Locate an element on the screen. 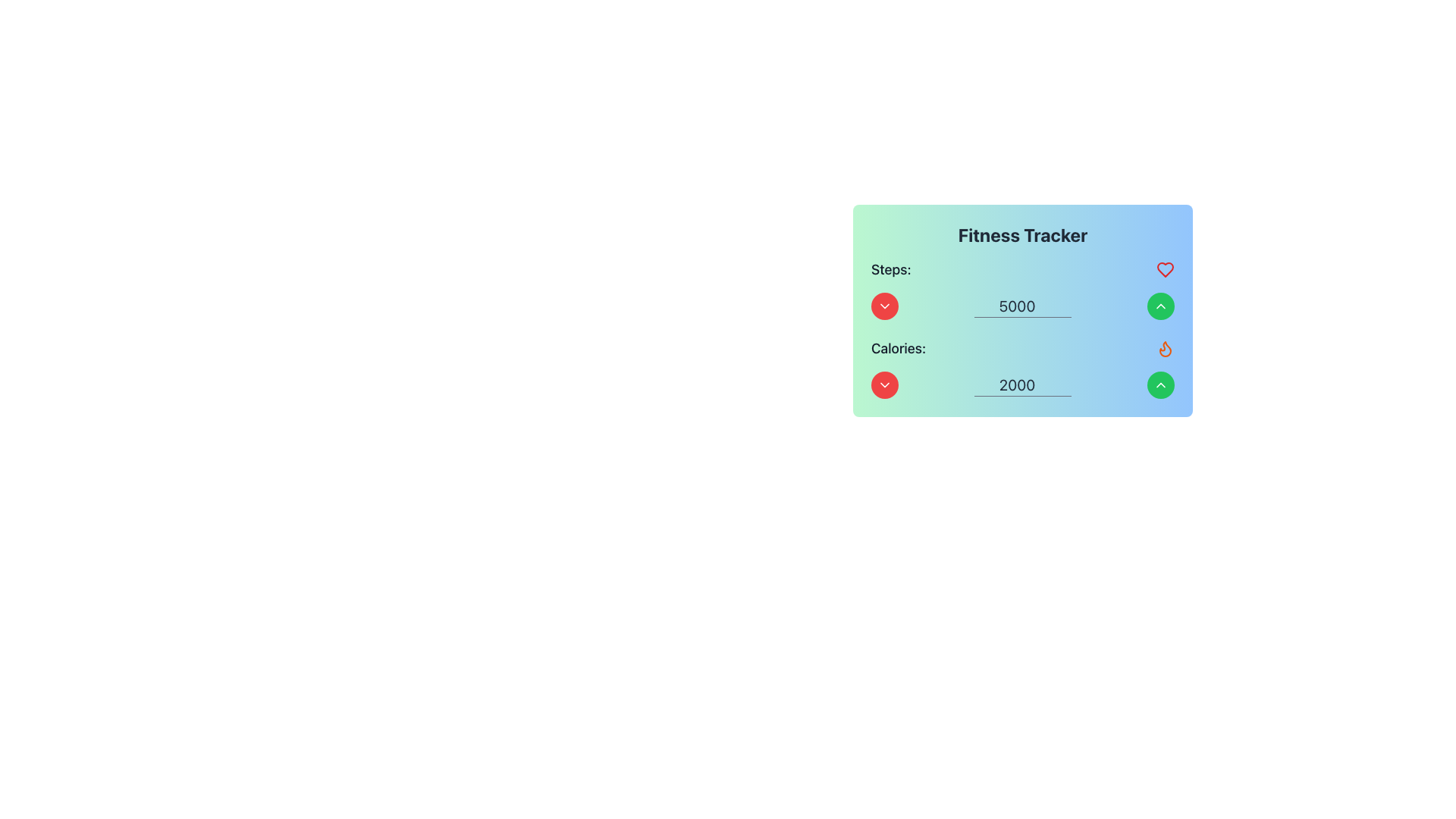 The image size is (1456, 819). the decorative icon that signifies the calories-related row, located to the far right of the 'Calories:' text is located at coordinates (1164, 348).